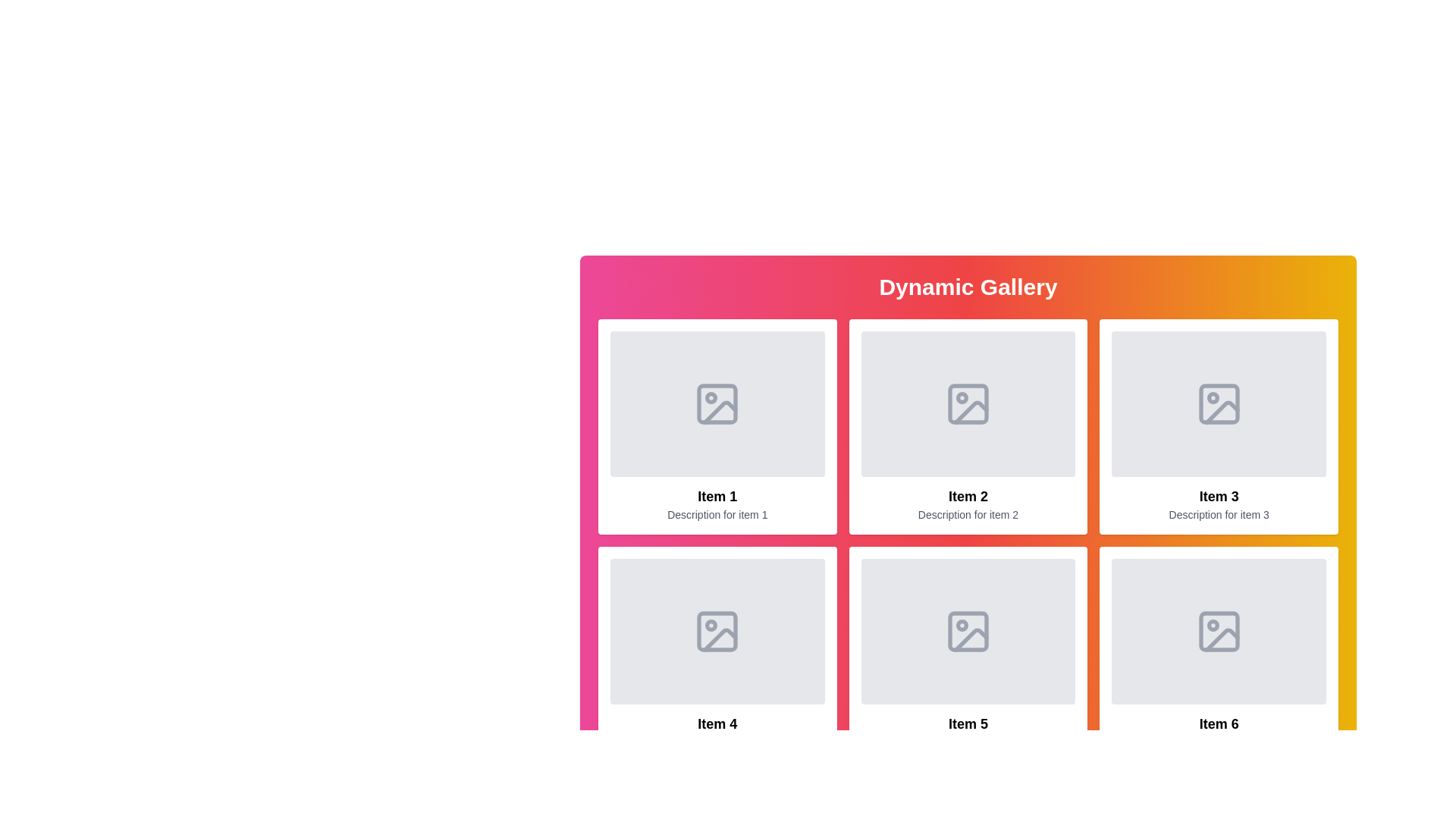  I want to click on the static text label displaying 'Item 4' located in the bottom-left card of the grid layout under 'Dynamic Gallery', so click(717, 723).